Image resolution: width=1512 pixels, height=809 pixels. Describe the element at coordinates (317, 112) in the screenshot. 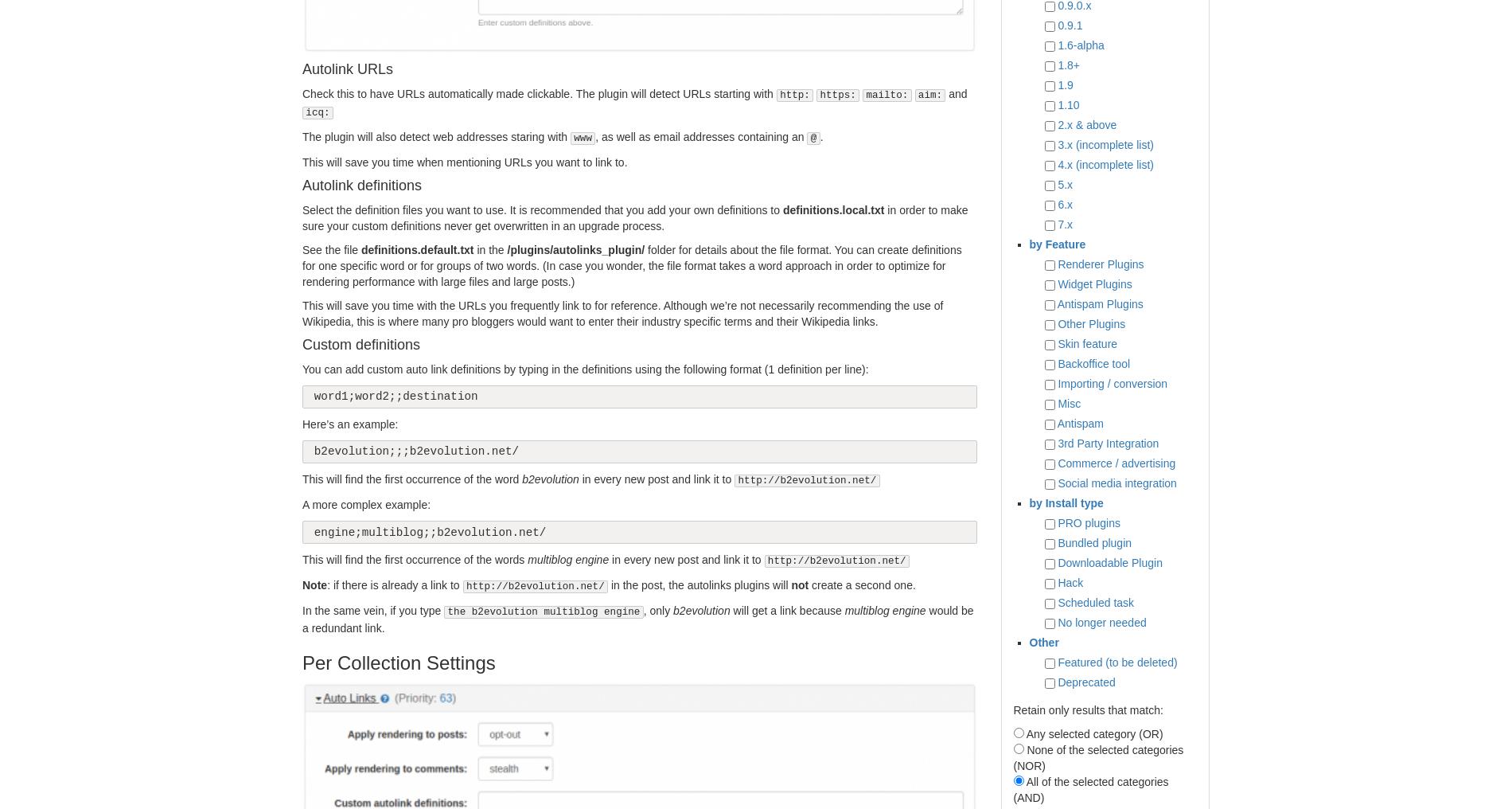

I see `'icq:'` at that location.